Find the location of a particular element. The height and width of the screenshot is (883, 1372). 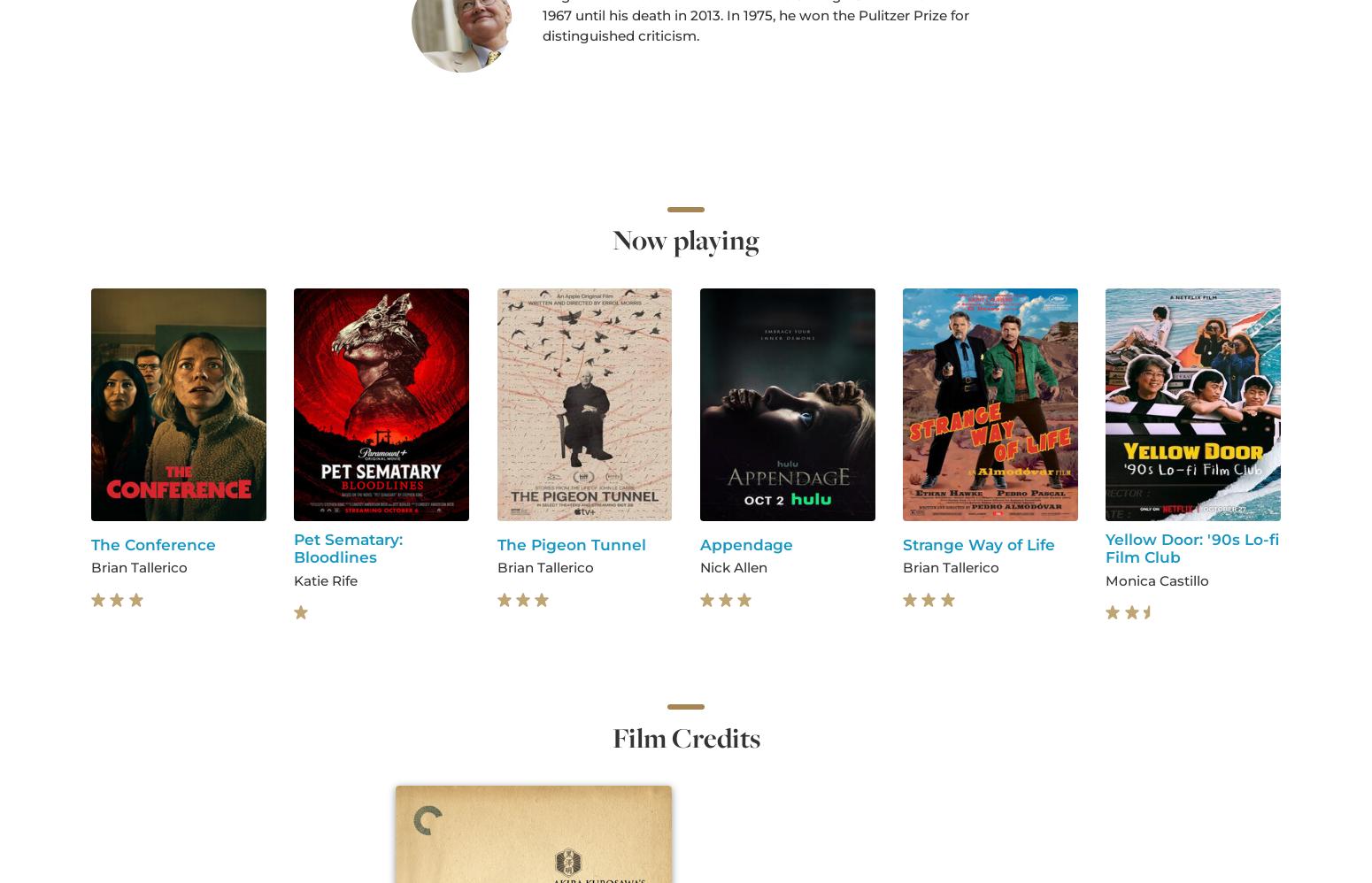

'Appendage' is located at coordinates (744, 543).